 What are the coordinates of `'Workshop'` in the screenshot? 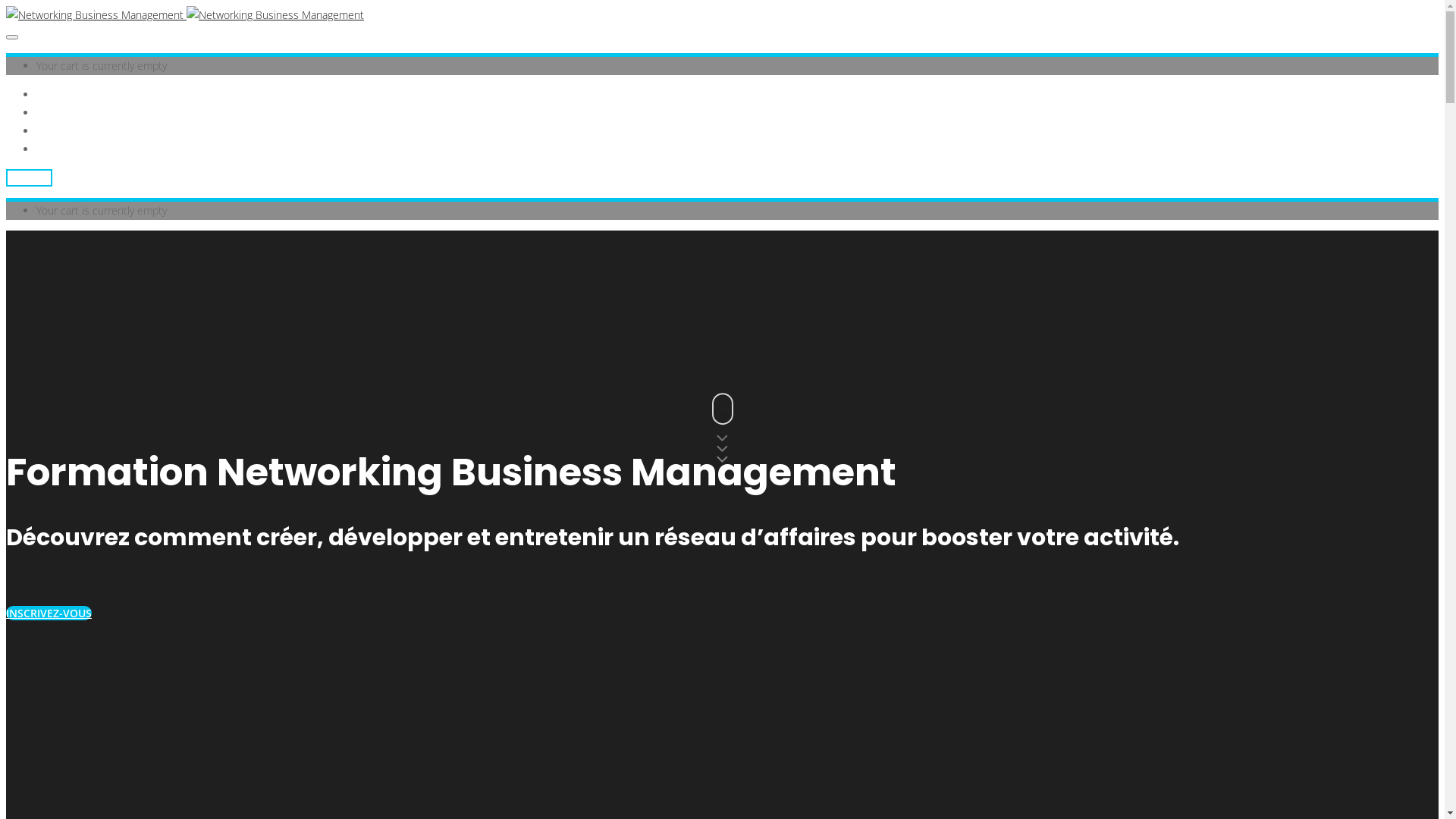 It's located at (60, 111).